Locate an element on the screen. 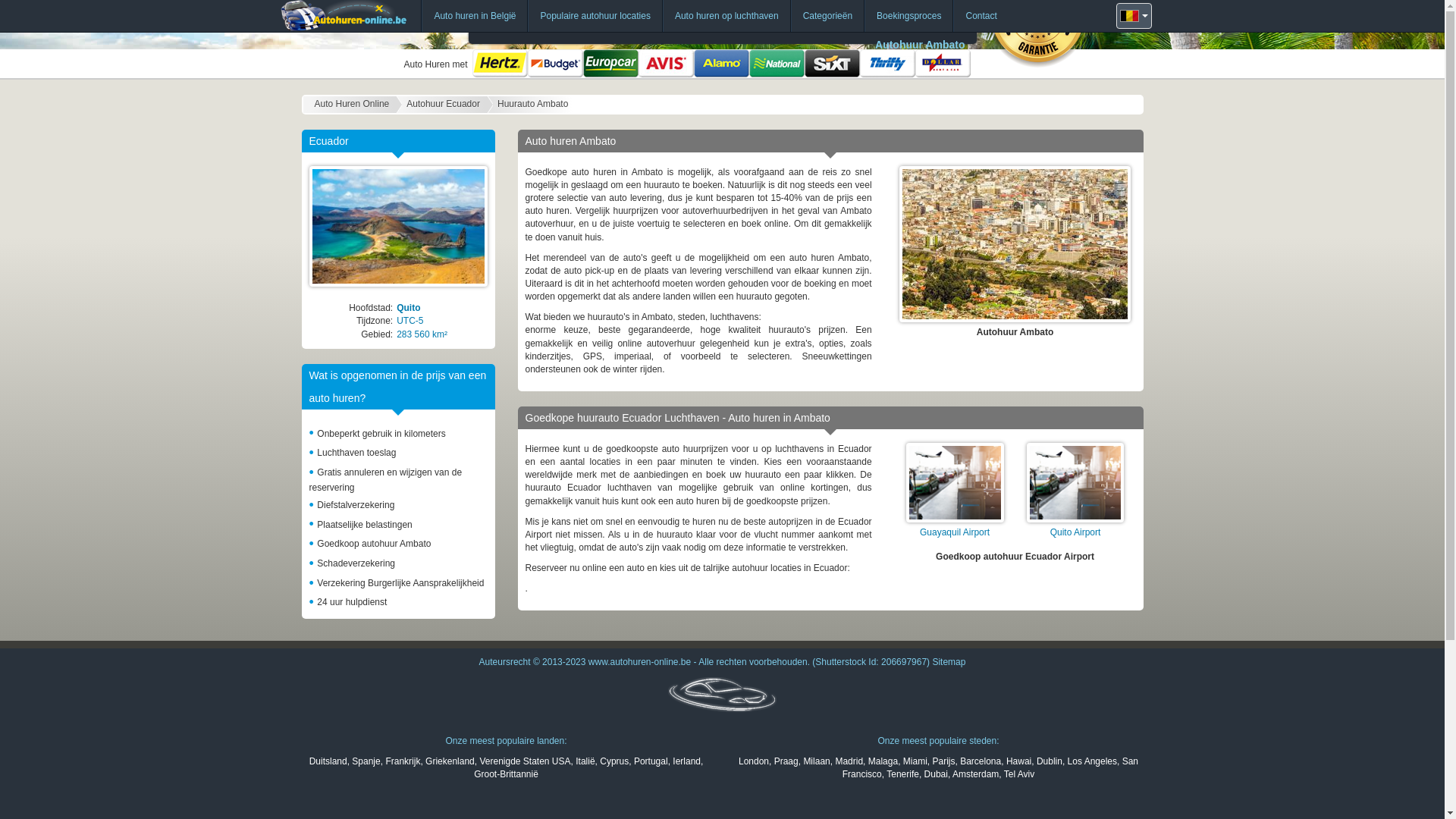  'Auto huren op luchthaven' is located at coordinates (726, 15).